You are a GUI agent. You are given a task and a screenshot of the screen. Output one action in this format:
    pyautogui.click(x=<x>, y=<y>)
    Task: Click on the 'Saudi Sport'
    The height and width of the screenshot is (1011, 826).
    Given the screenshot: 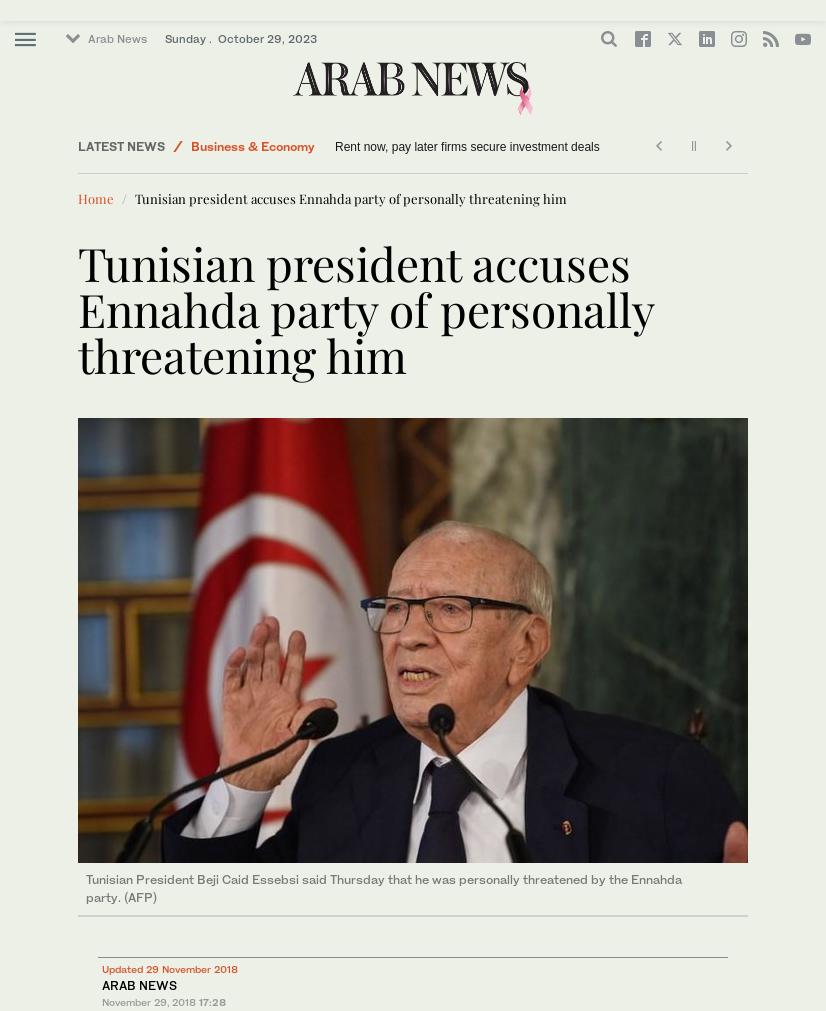 What is the action you would take?
    pyautogui.click(x=224, y=85)
    